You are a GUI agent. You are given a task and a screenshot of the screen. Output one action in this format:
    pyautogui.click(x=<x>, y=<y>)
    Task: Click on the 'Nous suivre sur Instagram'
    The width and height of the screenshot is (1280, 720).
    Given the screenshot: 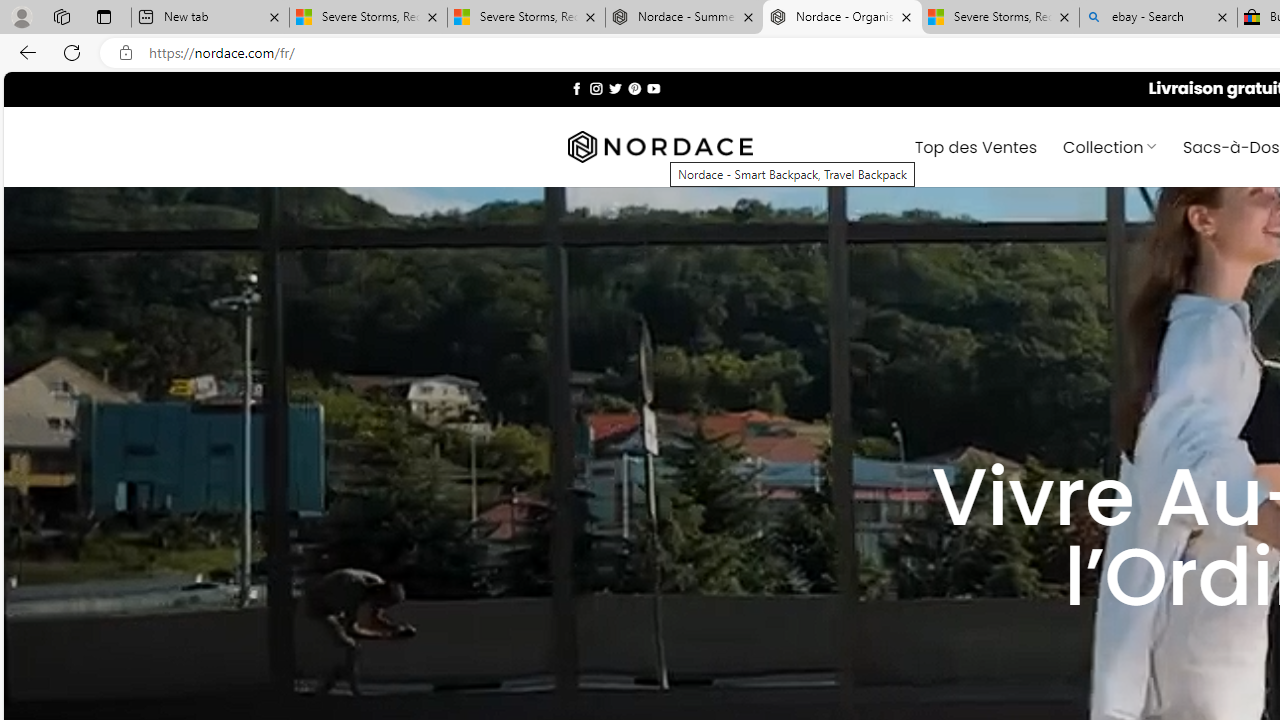 What is the action you would take?
    pyautogui.click(x=595, y=87)
    